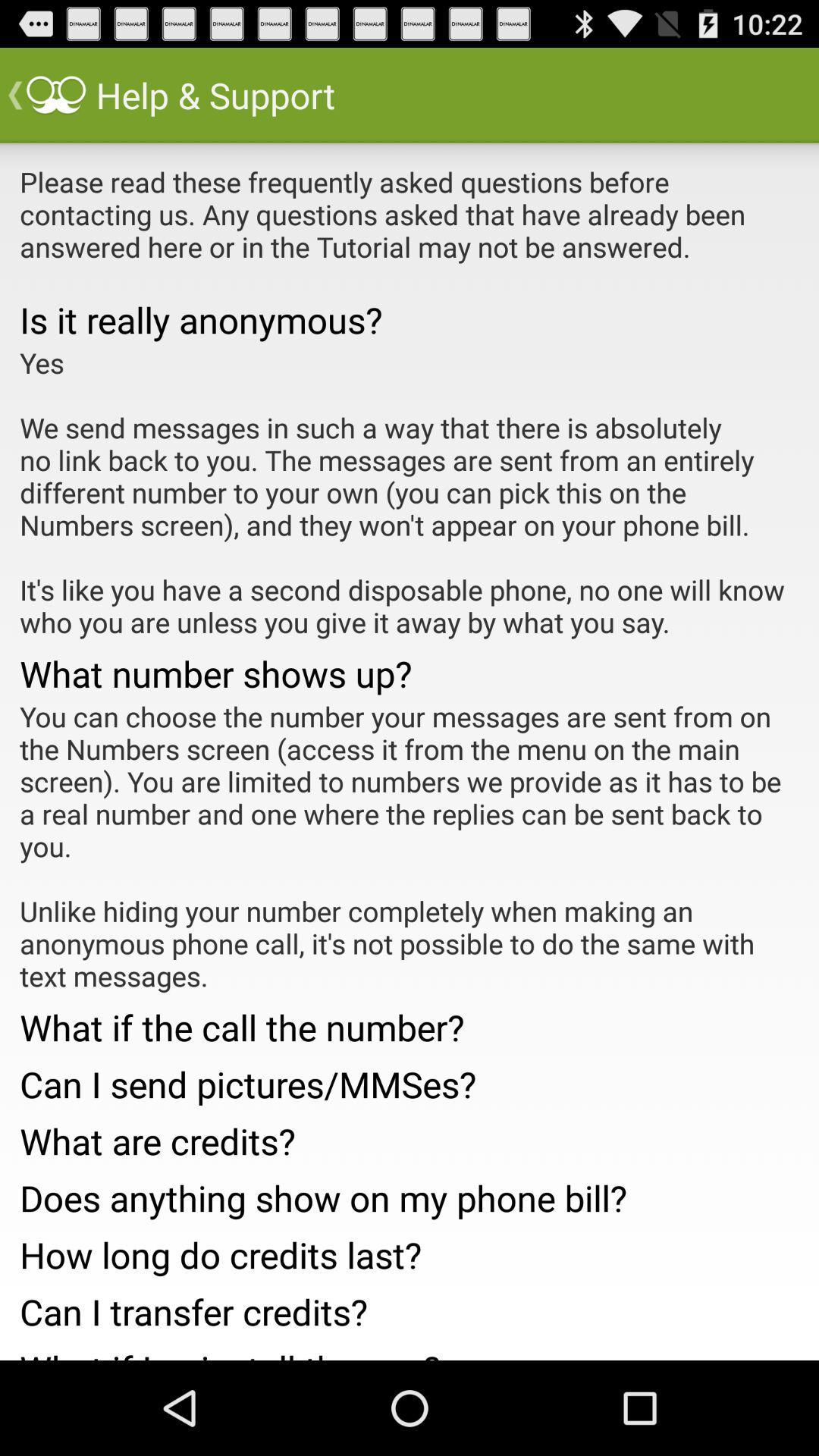  Describe the element at coordinates (409, 1250) in the screenshot. I see `the how long do item` at that location.